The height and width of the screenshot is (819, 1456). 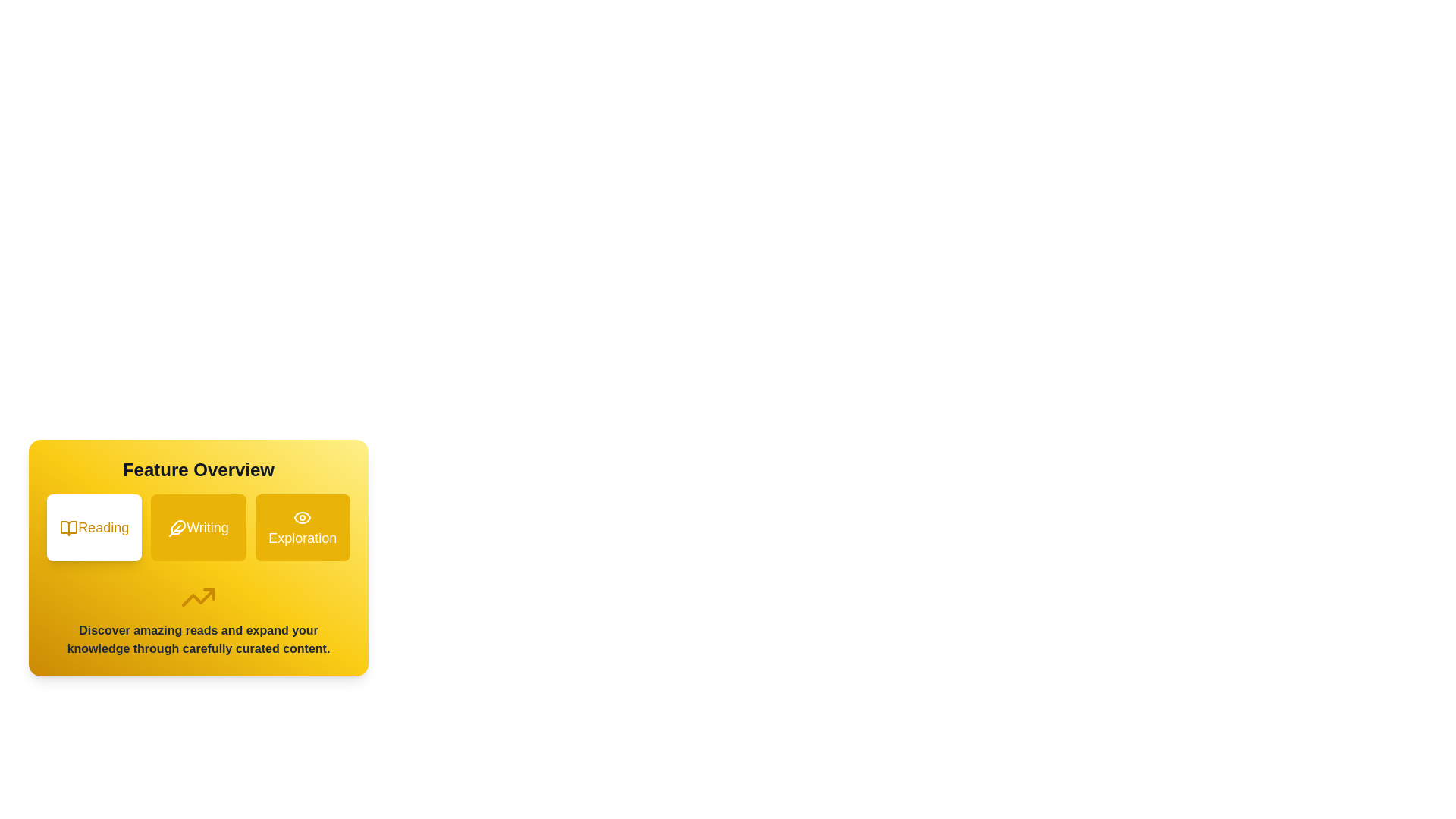 What do you see at coordinates (177, 528) in the screenshot?
I see `the 'Writing' icon, which is positioned to the left of the 'Writing' label in the middle section of the feature overview card` at bounding box center [177, 528].